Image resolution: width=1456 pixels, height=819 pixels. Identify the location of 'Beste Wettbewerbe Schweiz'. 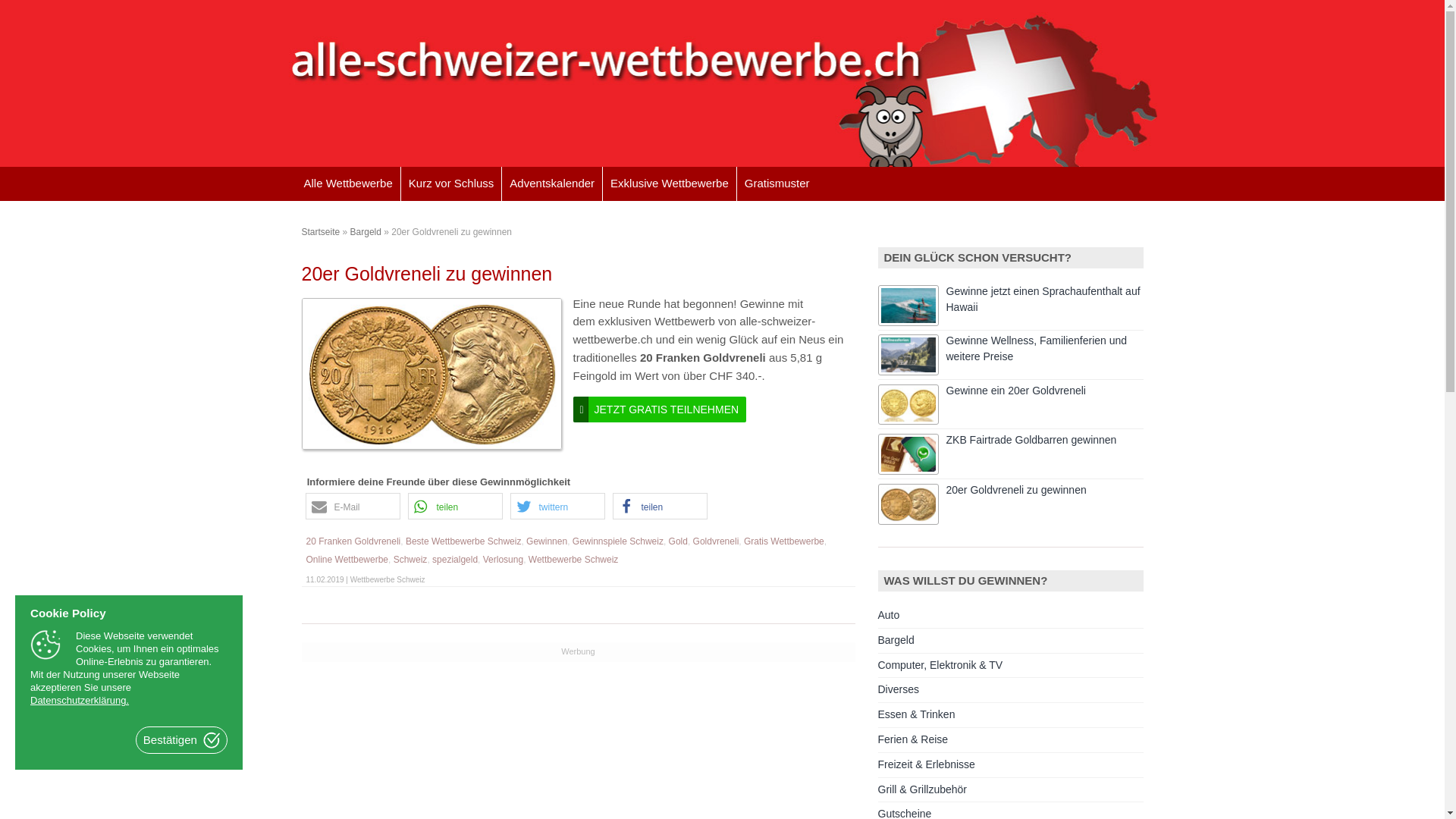
(463, 540).